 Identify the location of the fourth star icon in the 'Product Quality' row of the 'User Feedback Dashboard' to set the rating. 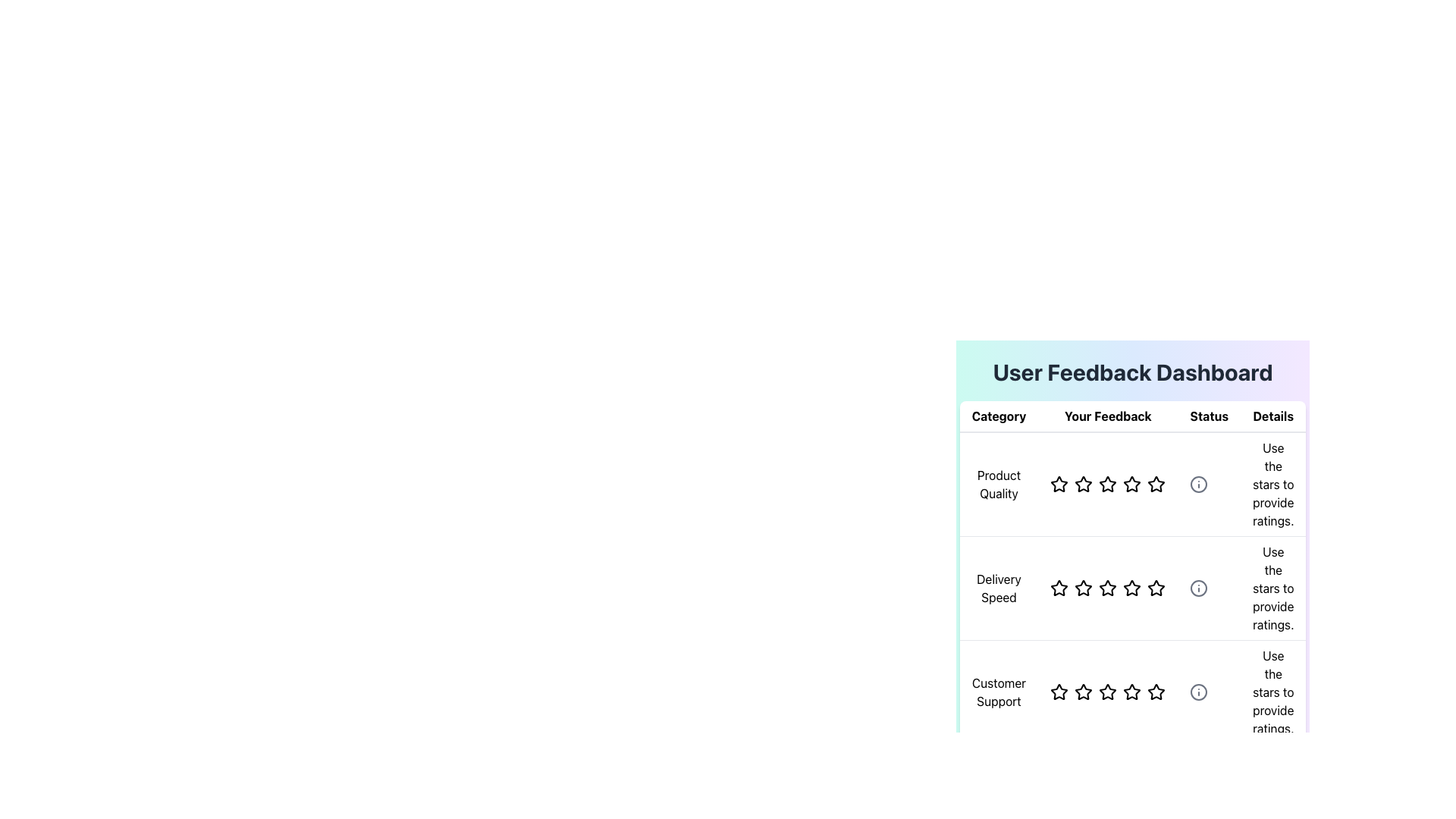
(1108, 485).